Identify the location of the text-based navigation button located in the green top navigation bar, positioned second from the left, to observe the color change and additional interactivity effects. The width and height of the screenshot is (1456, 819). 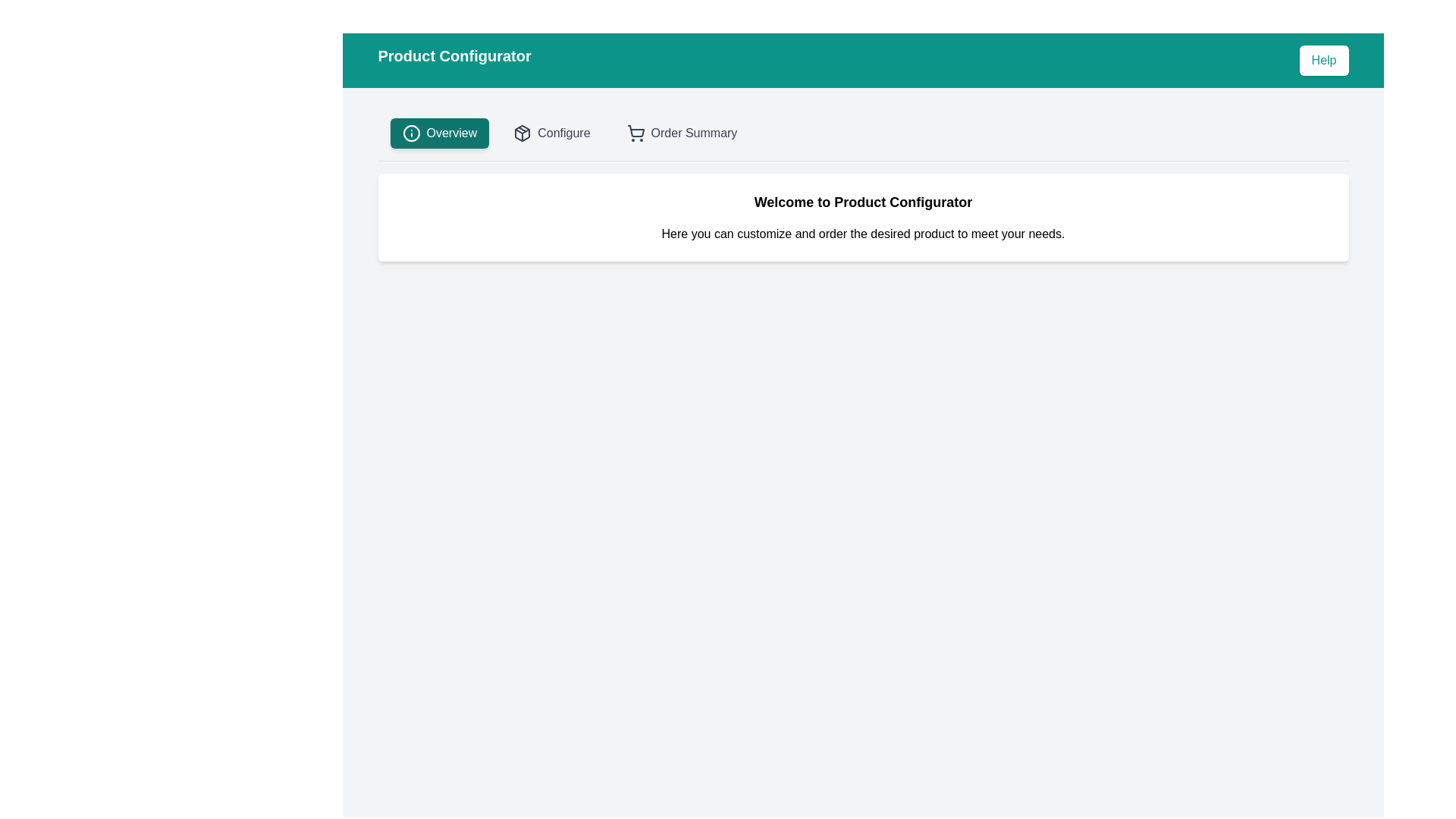
(563, 133).